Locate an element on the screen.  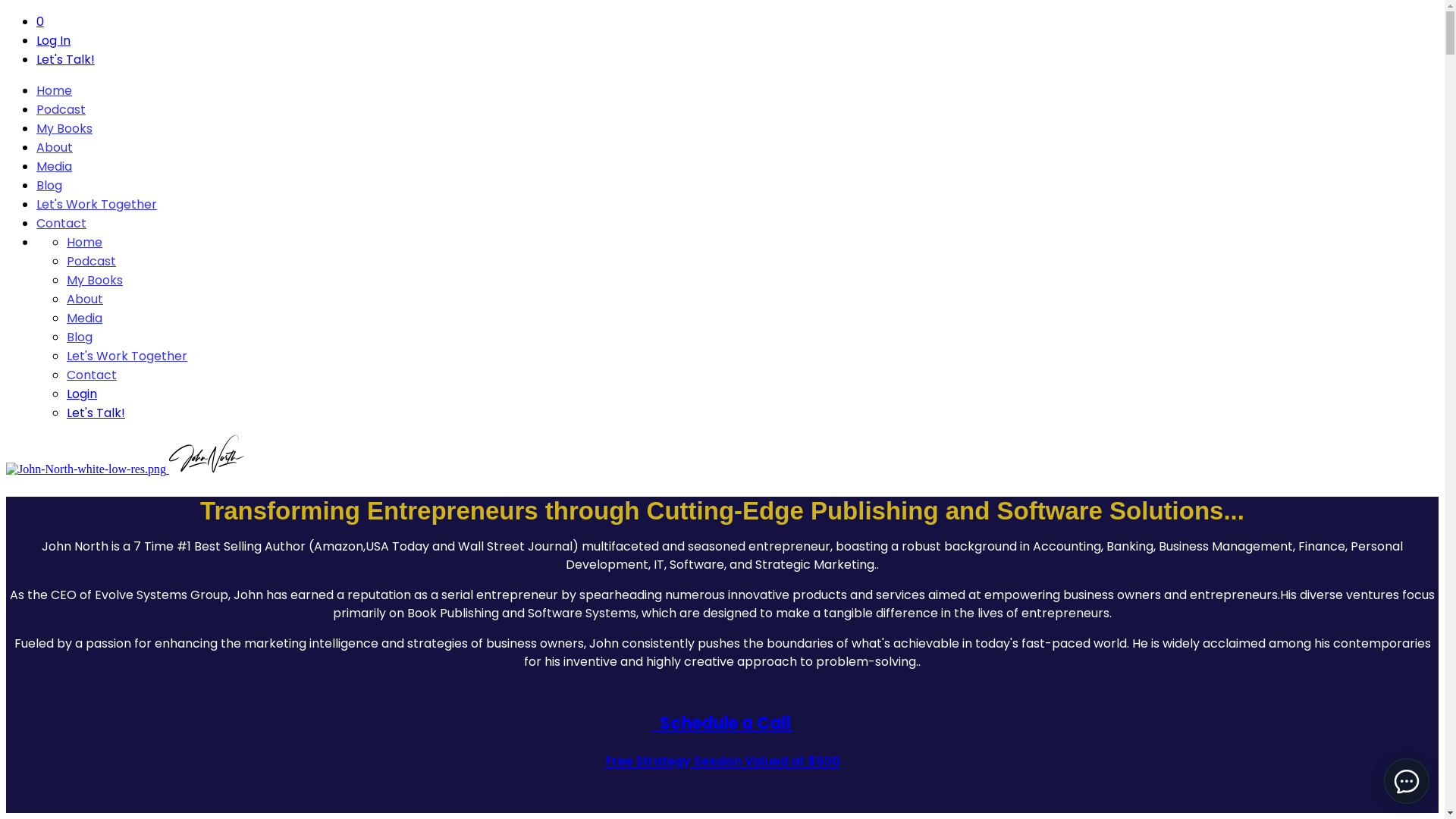
'  Schedule a Call is located at coordinates (722, 737).